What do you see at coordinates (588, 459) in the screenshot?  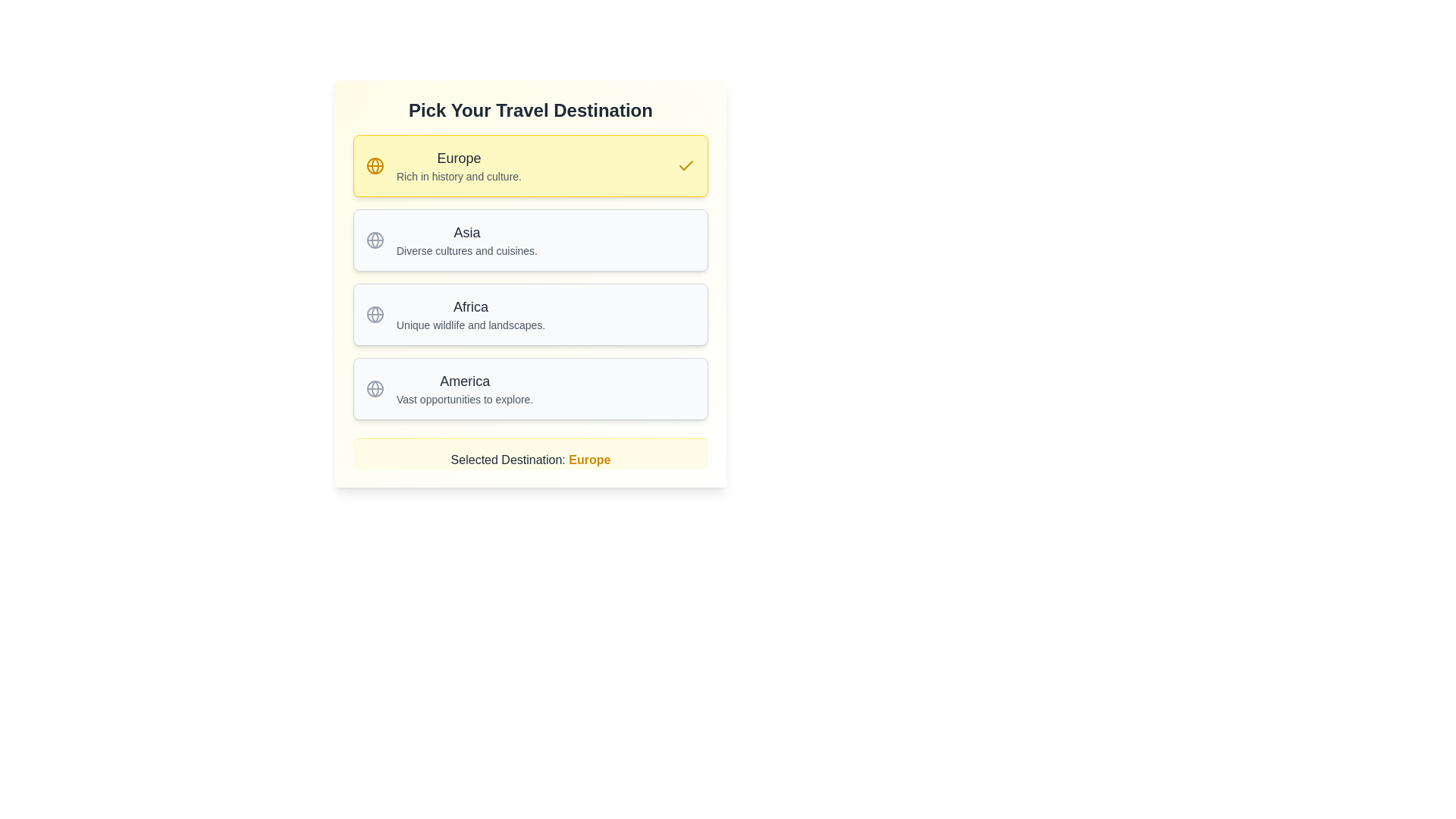 I see `the highlighted text label indicating the selected travel destination located near the bottom center of the interface in the 'Selected Destination' section` at bounding box center [588, 459].